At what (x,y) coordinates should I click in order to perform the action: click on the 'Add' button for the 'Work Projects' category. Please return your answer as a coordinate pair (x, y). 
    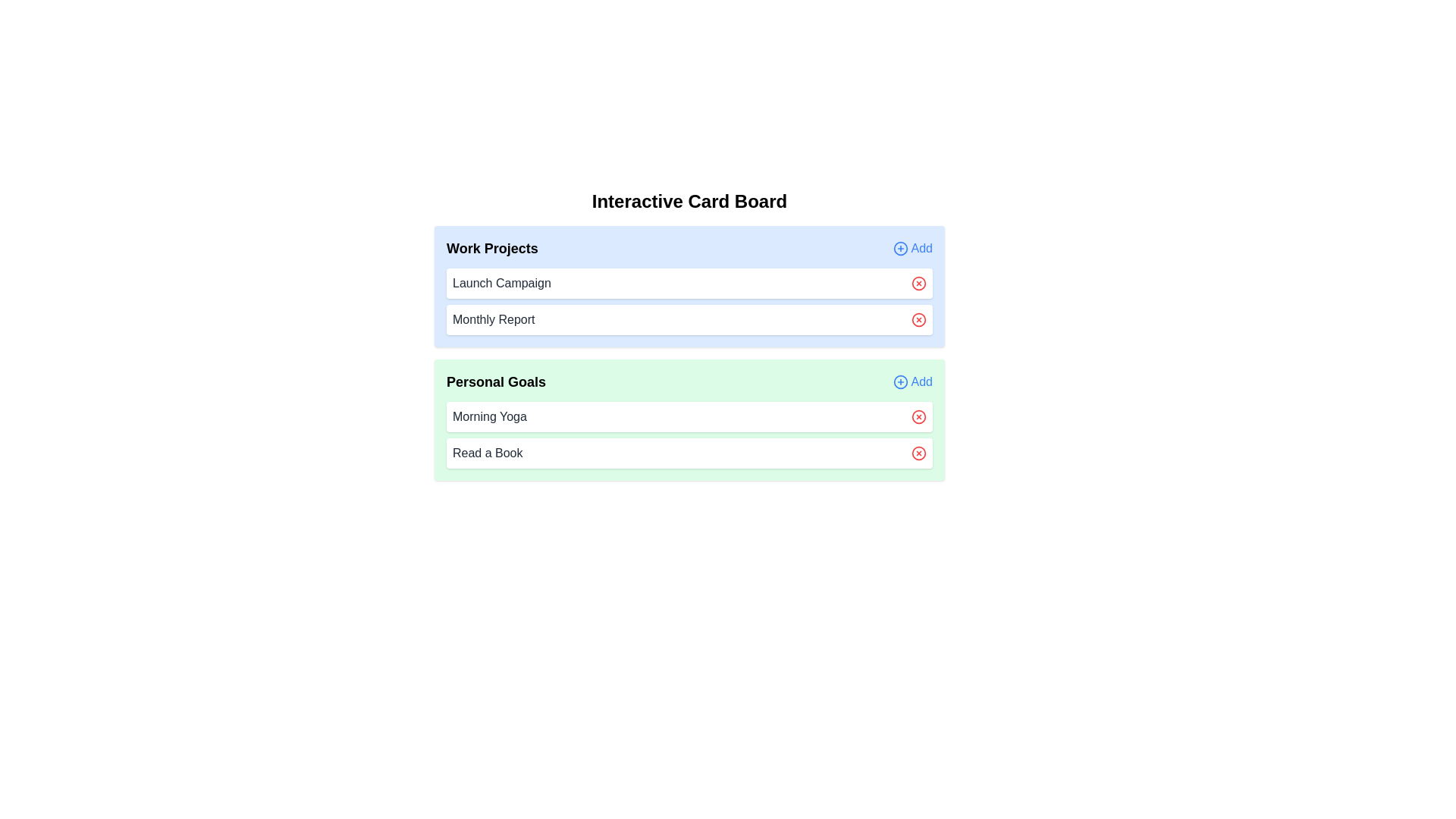
    Looking at the image, I should click on (912, 247).